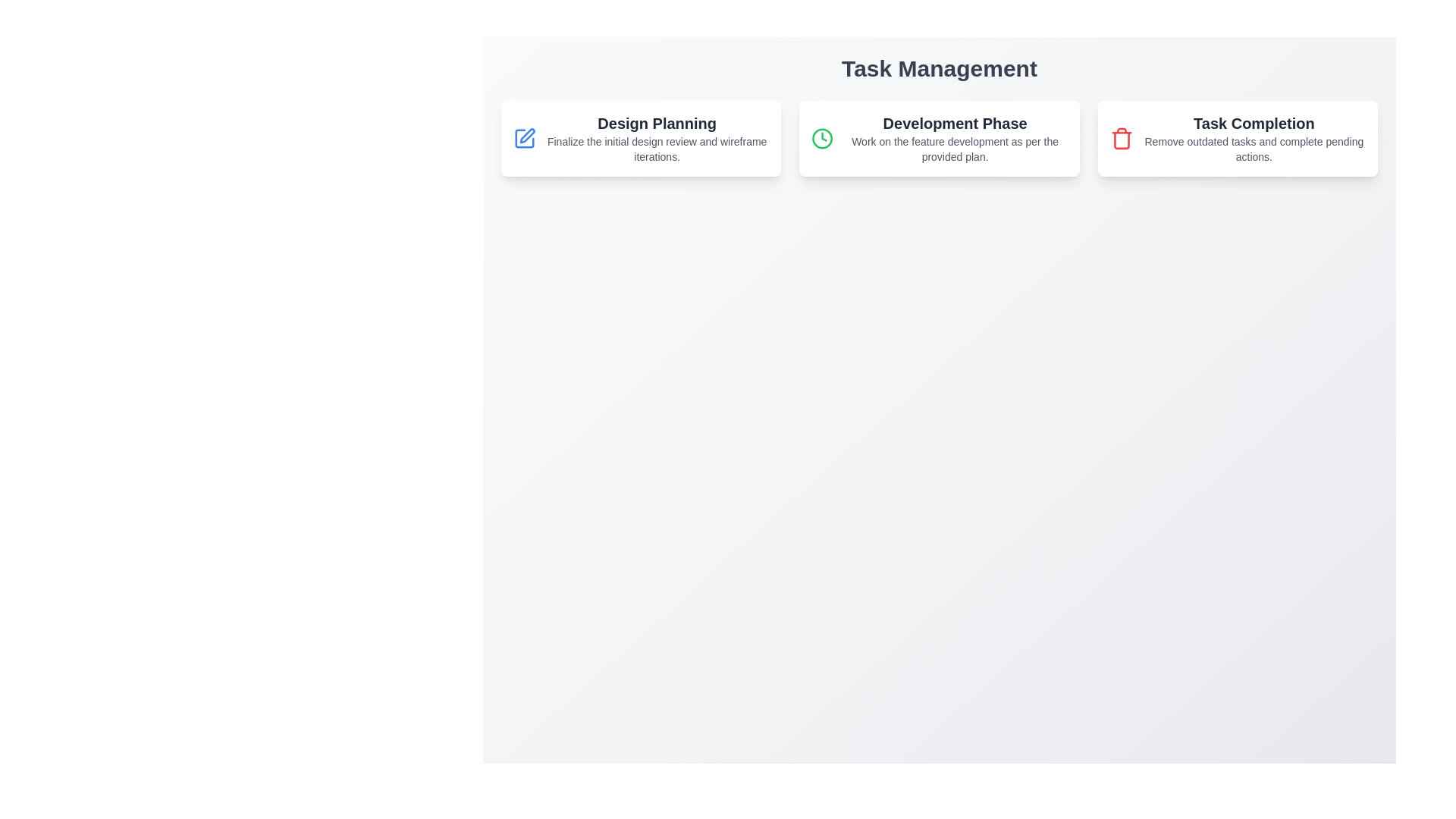  Describe the element at coordinates (1122, 138) in the screenshot. I see `the red trash bin icon located to the left of the 'Task Completion' text within the third card at the top row of the interface` at that location.